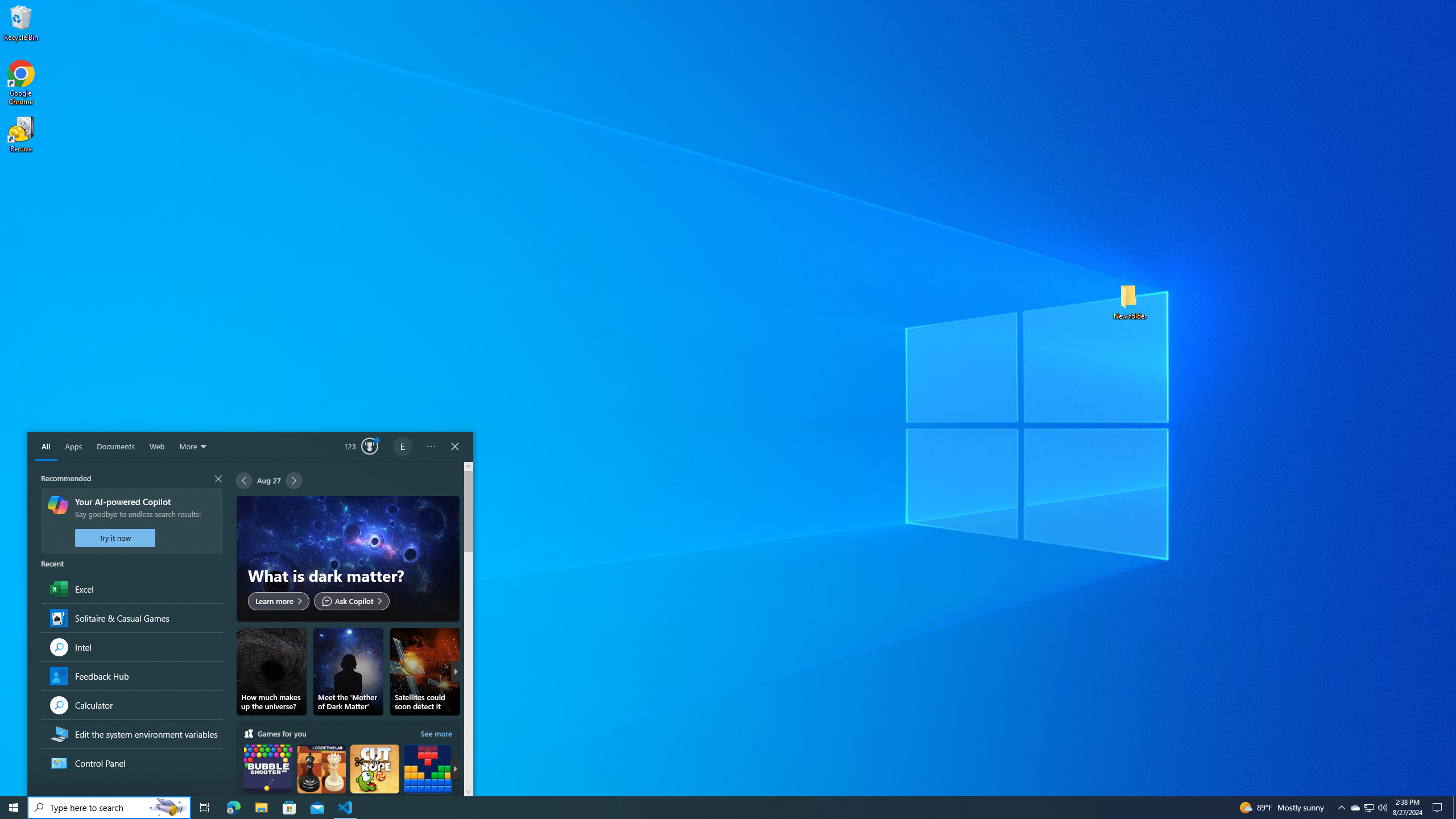 The width and height of the screenshot is (1456, 819). I want to click on 'Solitaire & Casual Games, App', so click(131, 617).